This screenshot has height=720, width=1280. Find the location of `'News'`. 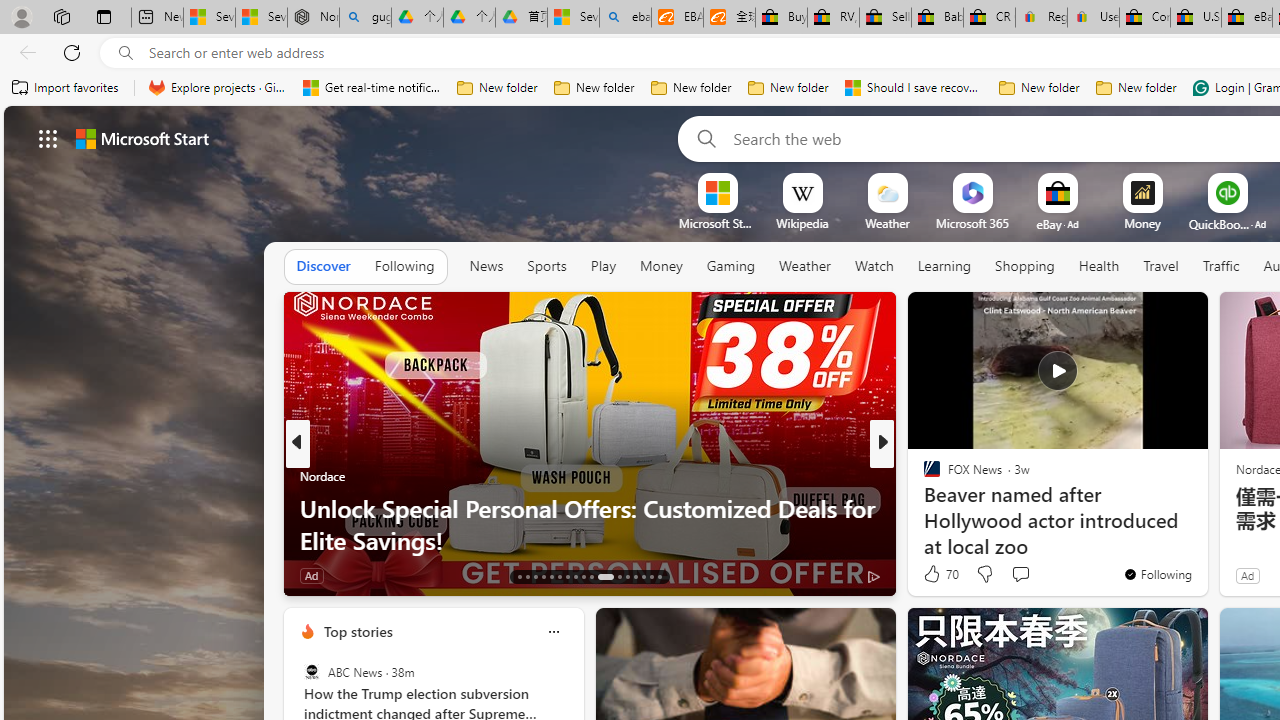

'News' is located at coordinates (486, 265).